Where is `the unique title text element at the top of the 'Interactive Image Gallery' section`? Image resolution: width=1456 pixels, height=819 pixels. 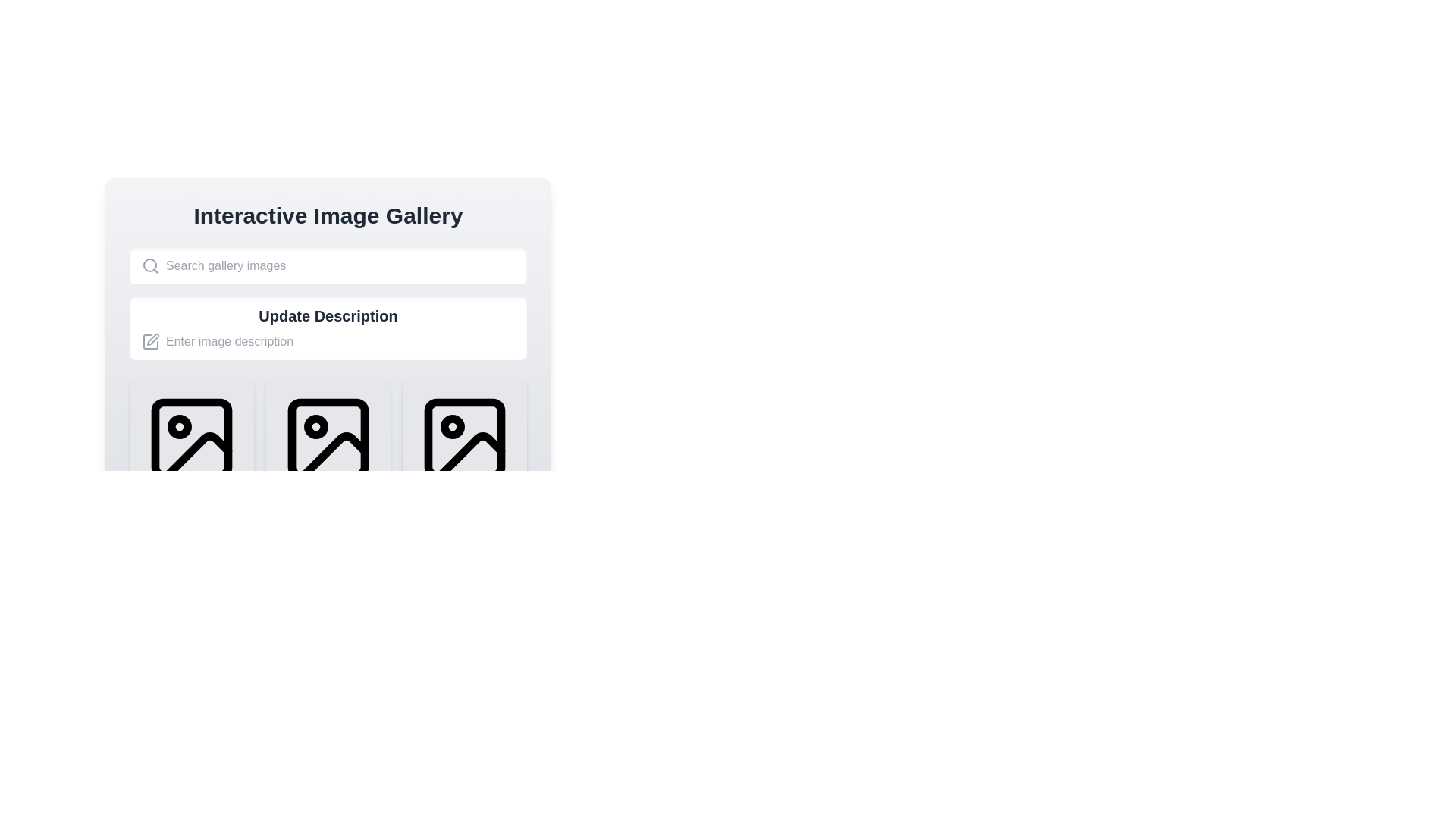 the unique title text element at the top of the 'Interactive Image Gallery' section is located at coordinates (327, 216).